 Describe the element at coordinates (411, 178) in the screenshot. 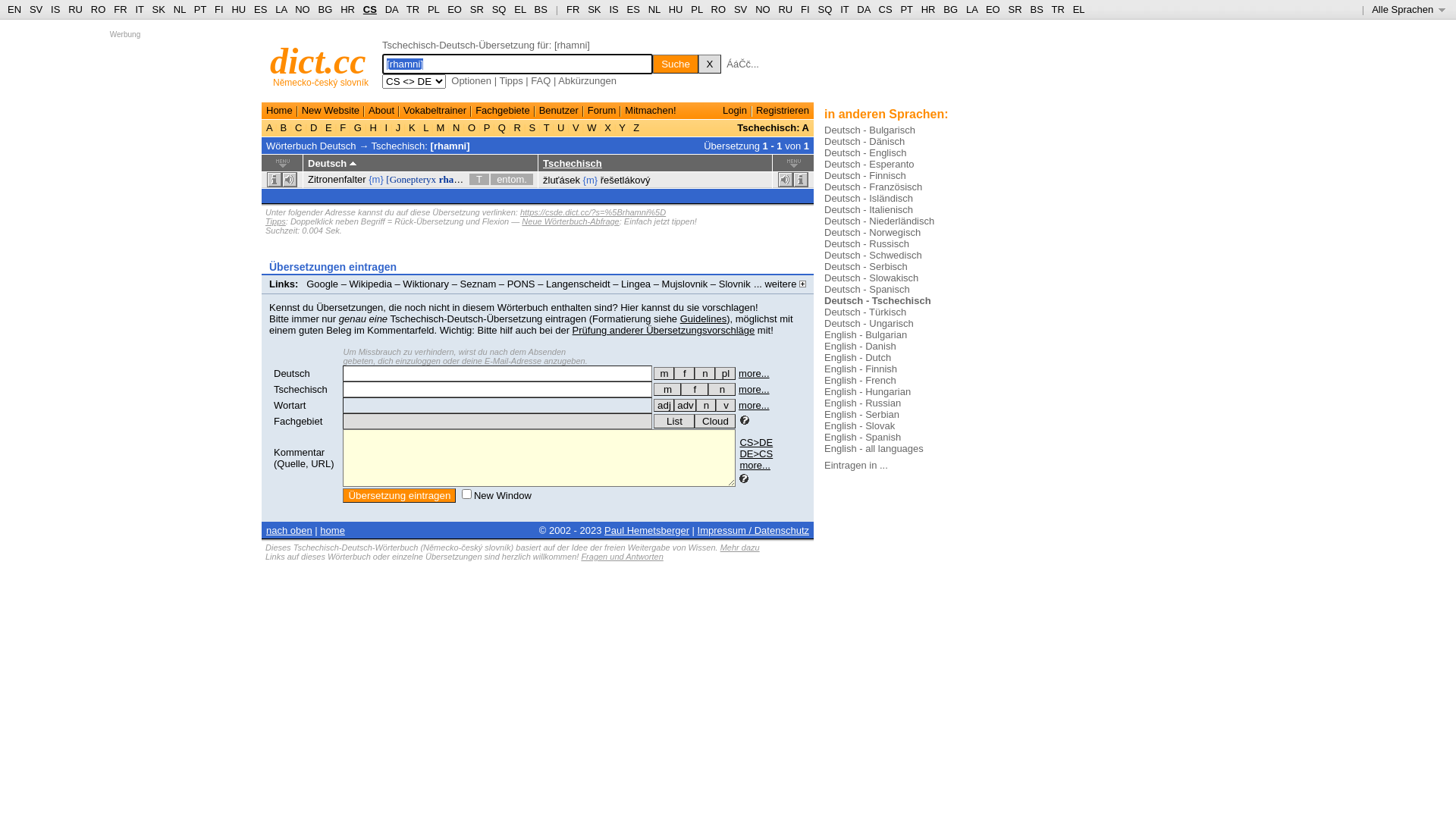

I see `'[Gonepteryx'` at that location.